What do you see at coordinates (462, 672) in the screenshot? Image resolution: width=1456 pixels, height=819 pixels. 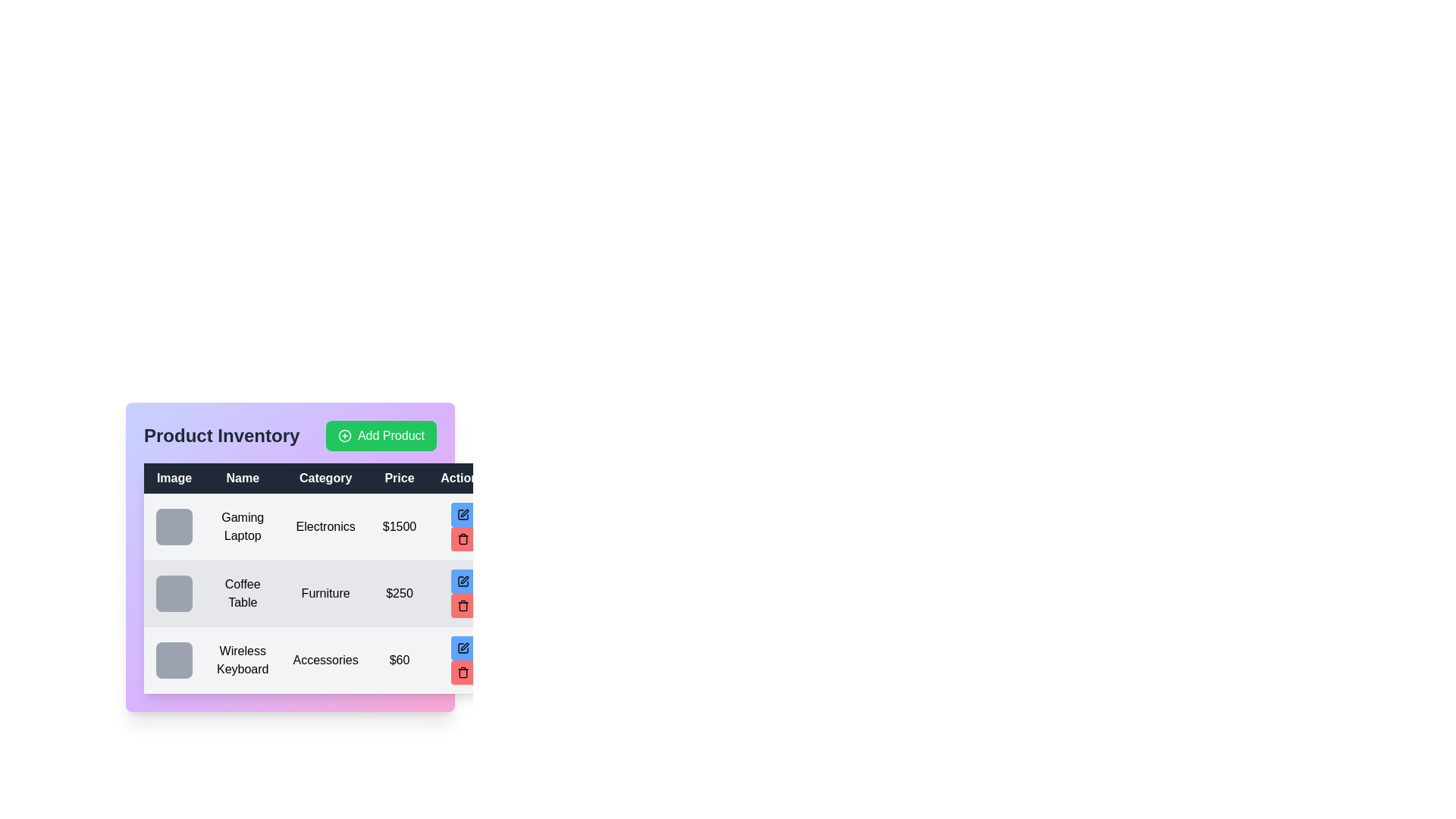 I see `the red delete button with a trash can icon, located in the 'Action' column of the row labeled 'Wireless Keyboard'` at bounding box center [462, 672].